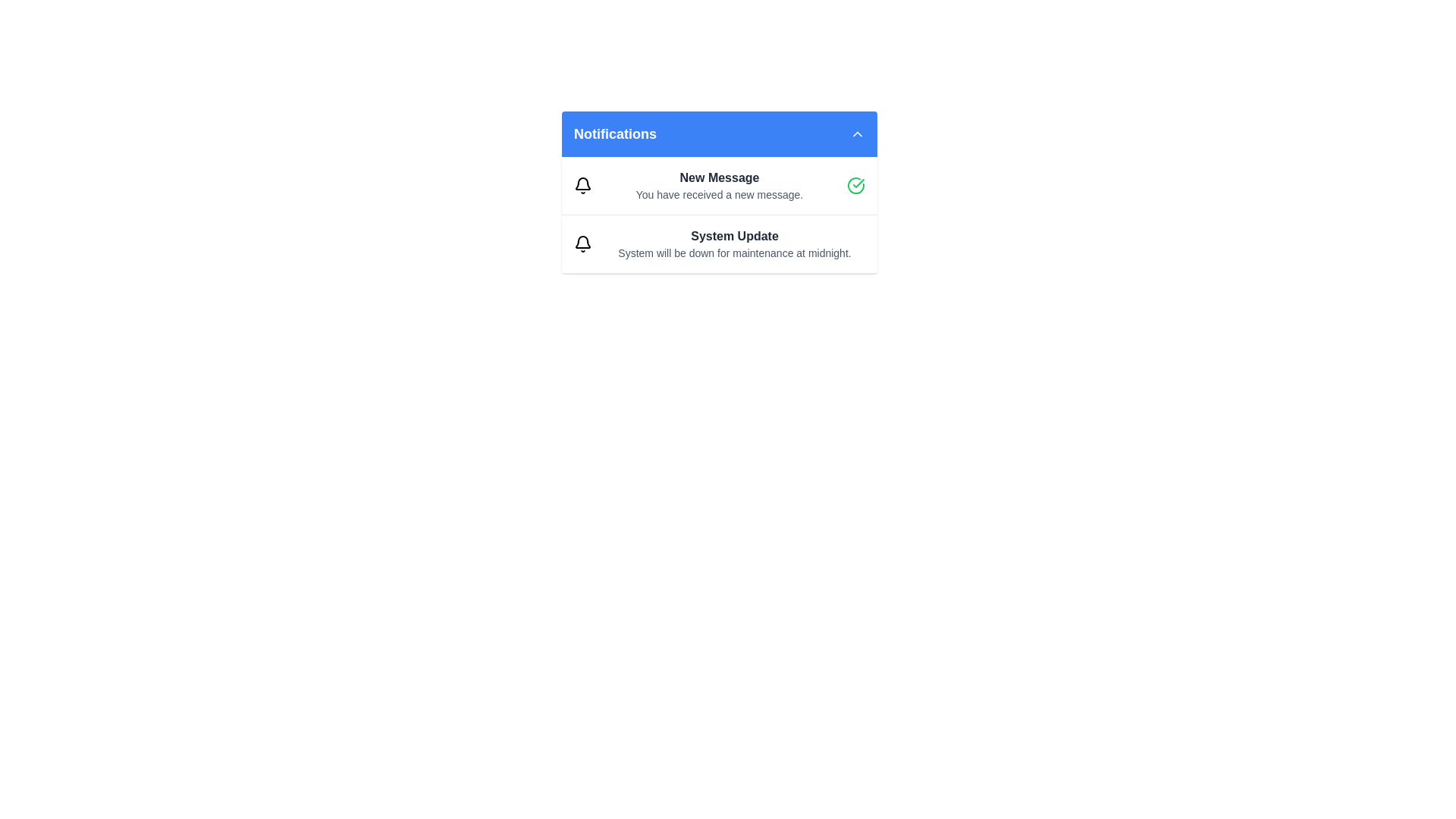 The width and height of the screenshot is (1456, 819). I want to click on text content of the 'Notifications' label, which is displayed in bold, large white font on a blue background, so click(615, 133).